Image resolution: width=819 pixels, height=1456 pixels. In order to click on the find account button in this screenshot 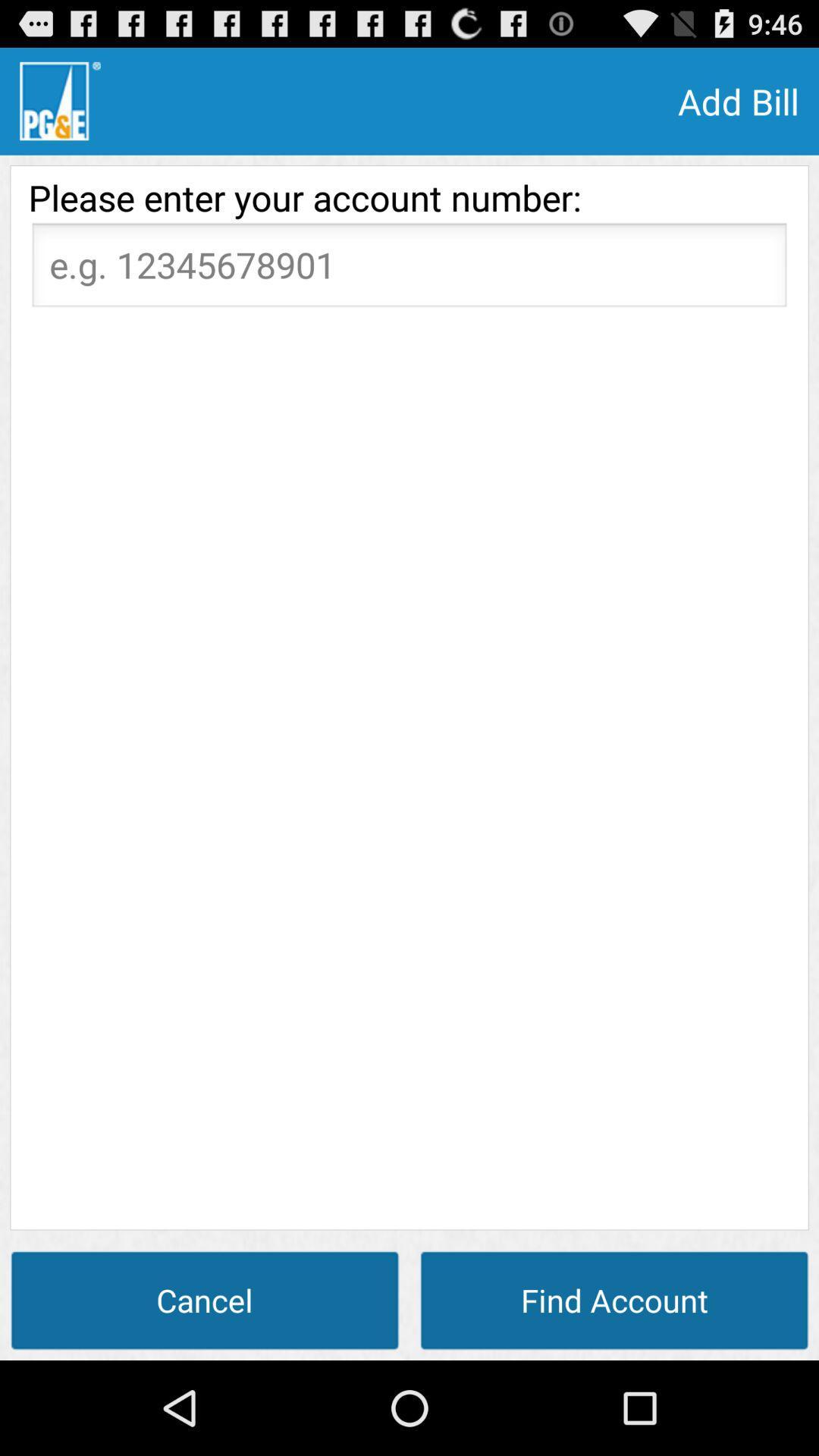, I will do `click(614, 1299)`.